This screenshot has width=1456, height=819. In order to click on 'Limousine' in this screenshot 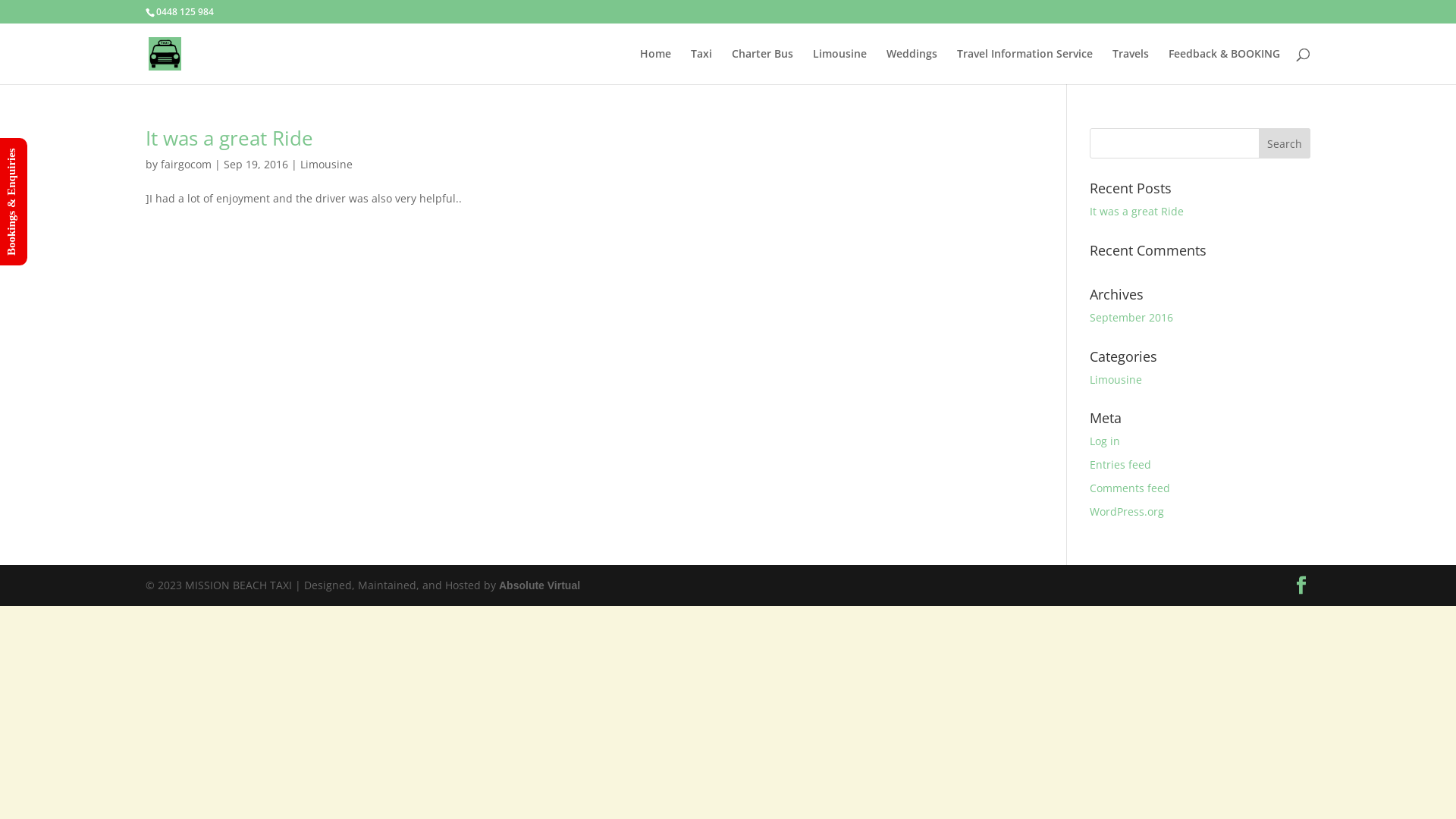, I will do `click(1116, 378)`.